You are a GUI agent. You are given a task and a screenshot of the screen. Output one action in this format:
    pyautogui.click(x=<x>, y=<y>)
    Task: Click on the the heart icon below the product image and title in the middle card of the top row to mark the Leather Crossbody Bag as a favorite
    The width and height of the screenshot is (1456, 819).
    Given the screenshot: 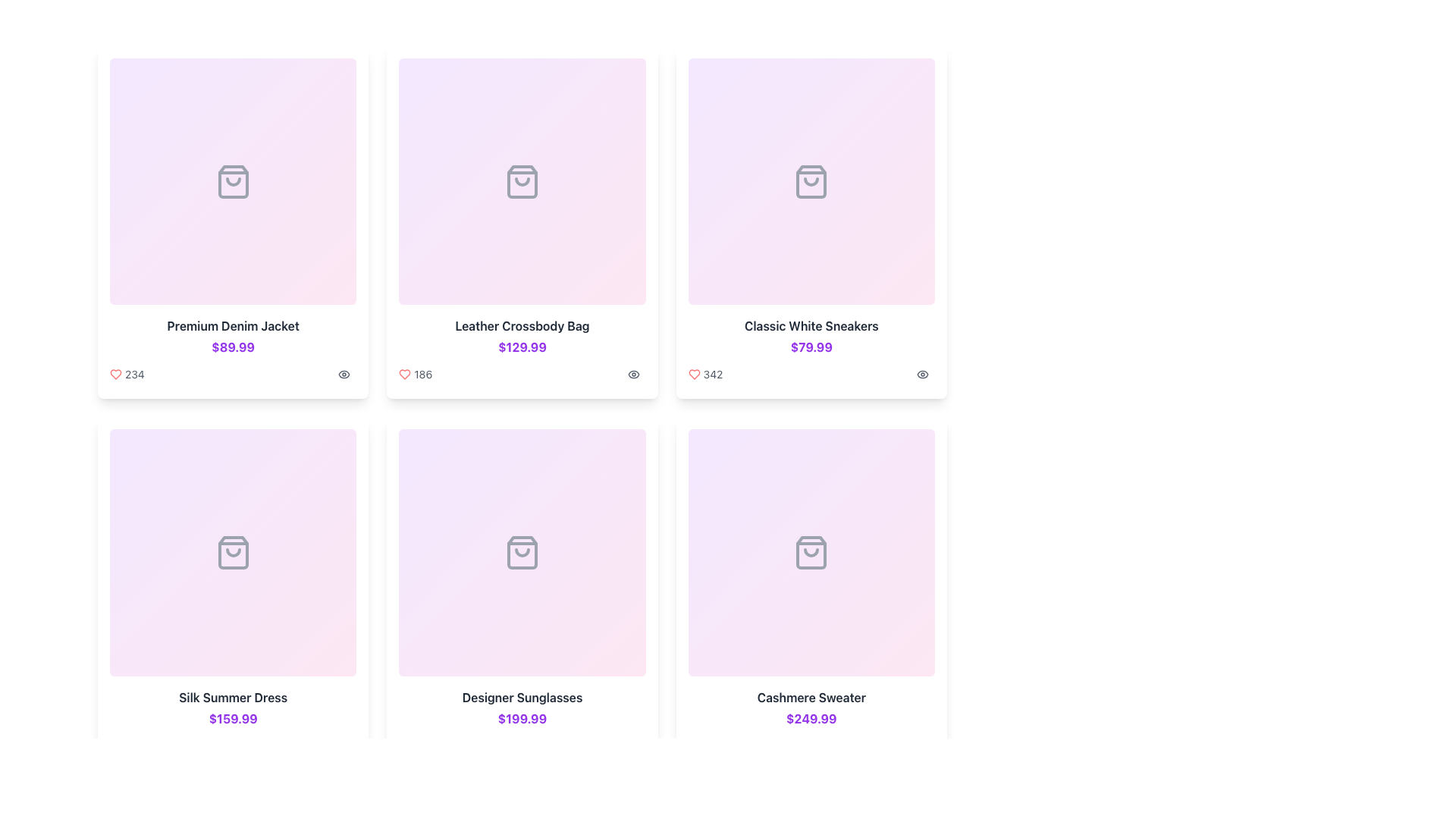 What is the action you would take?
    pyautogui.click(x=405, y=375)
    